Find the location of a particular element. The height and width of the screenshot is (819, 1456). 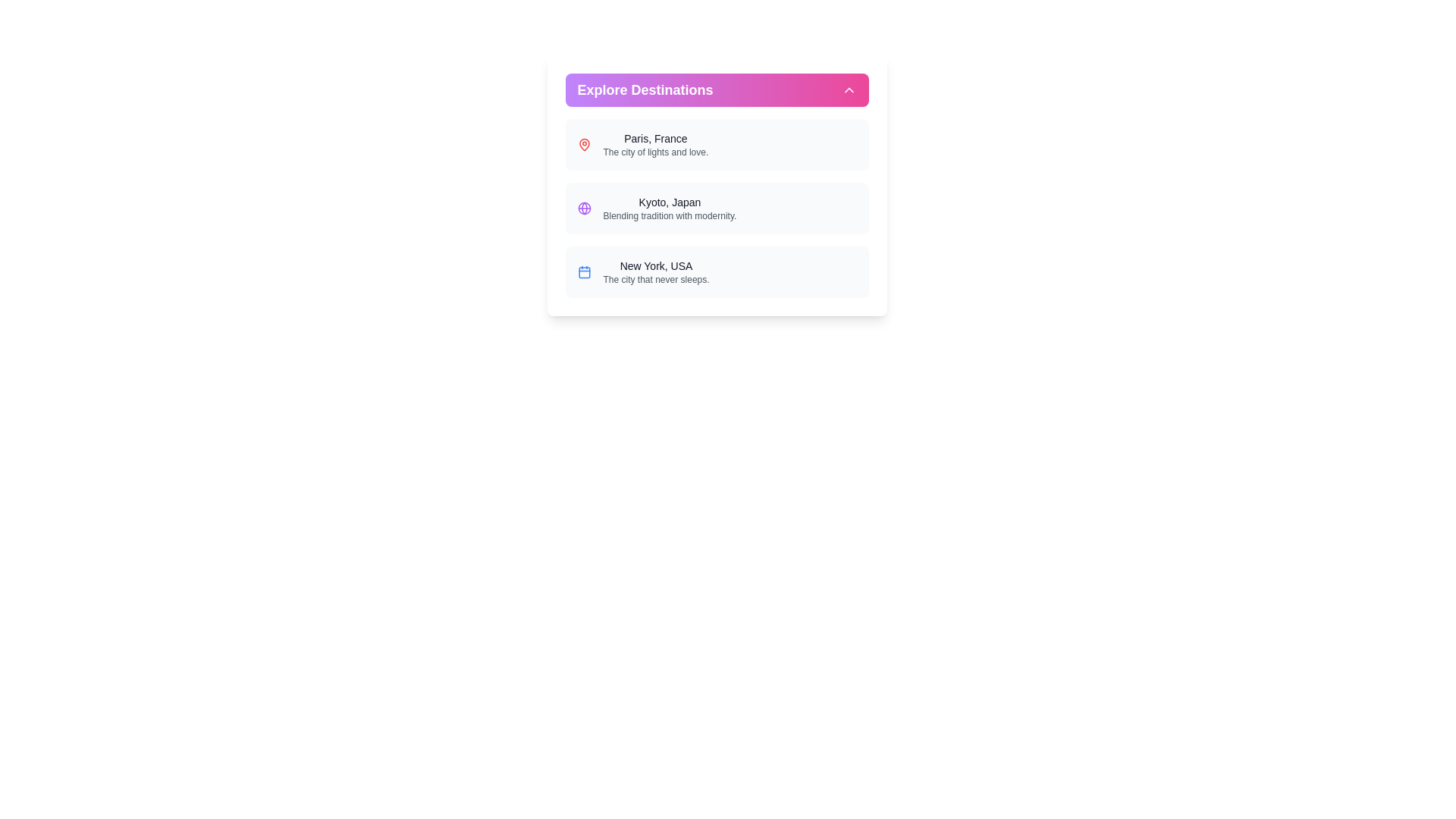

the second entry of the list item, which is visually presented with a title and subtitle in a light background is located at coordinates (716, 208).